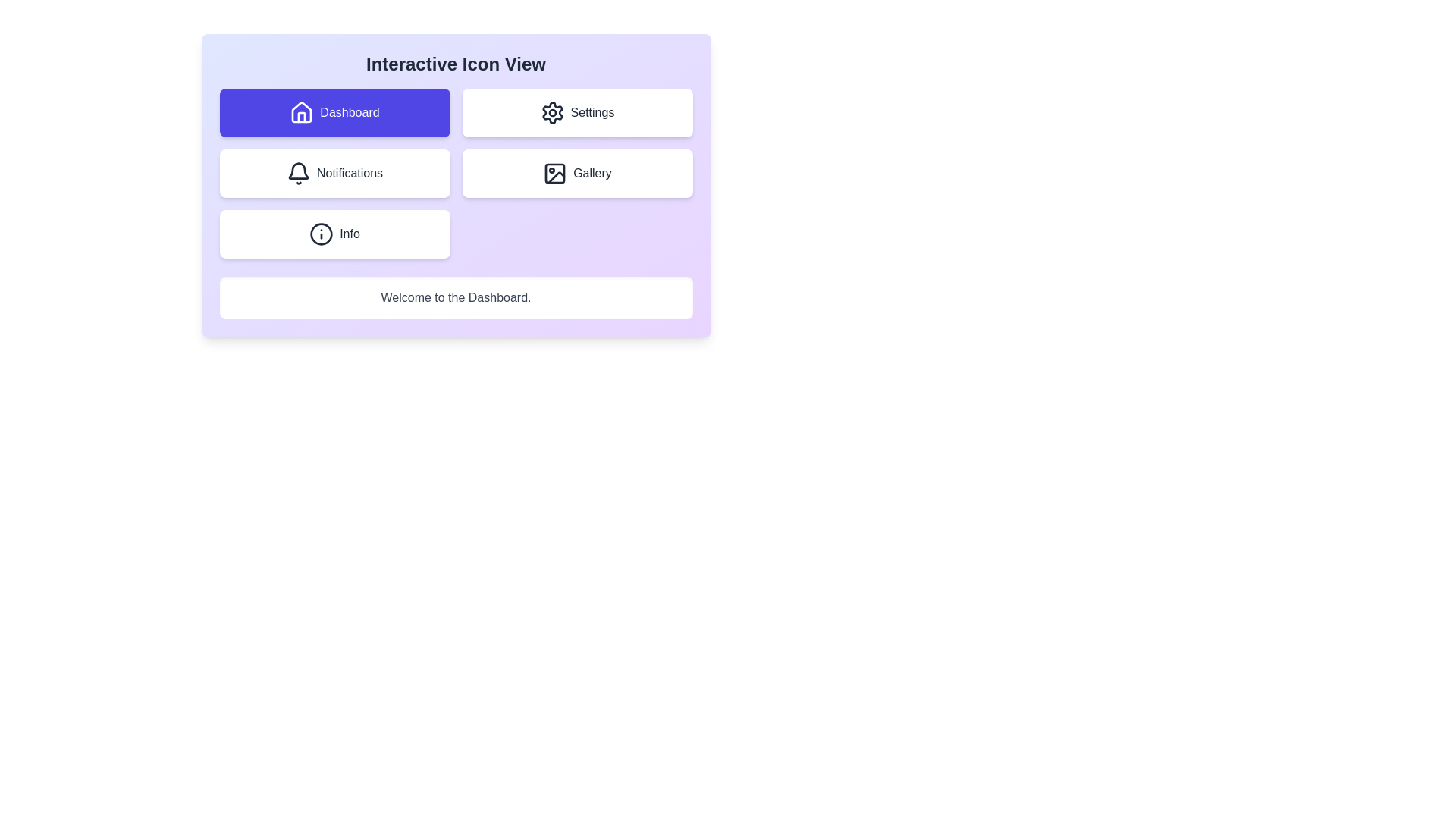  I want to click on and interact with the small house-like icon located within the top-left button labeled 'Dashboard', so click(302, 111).